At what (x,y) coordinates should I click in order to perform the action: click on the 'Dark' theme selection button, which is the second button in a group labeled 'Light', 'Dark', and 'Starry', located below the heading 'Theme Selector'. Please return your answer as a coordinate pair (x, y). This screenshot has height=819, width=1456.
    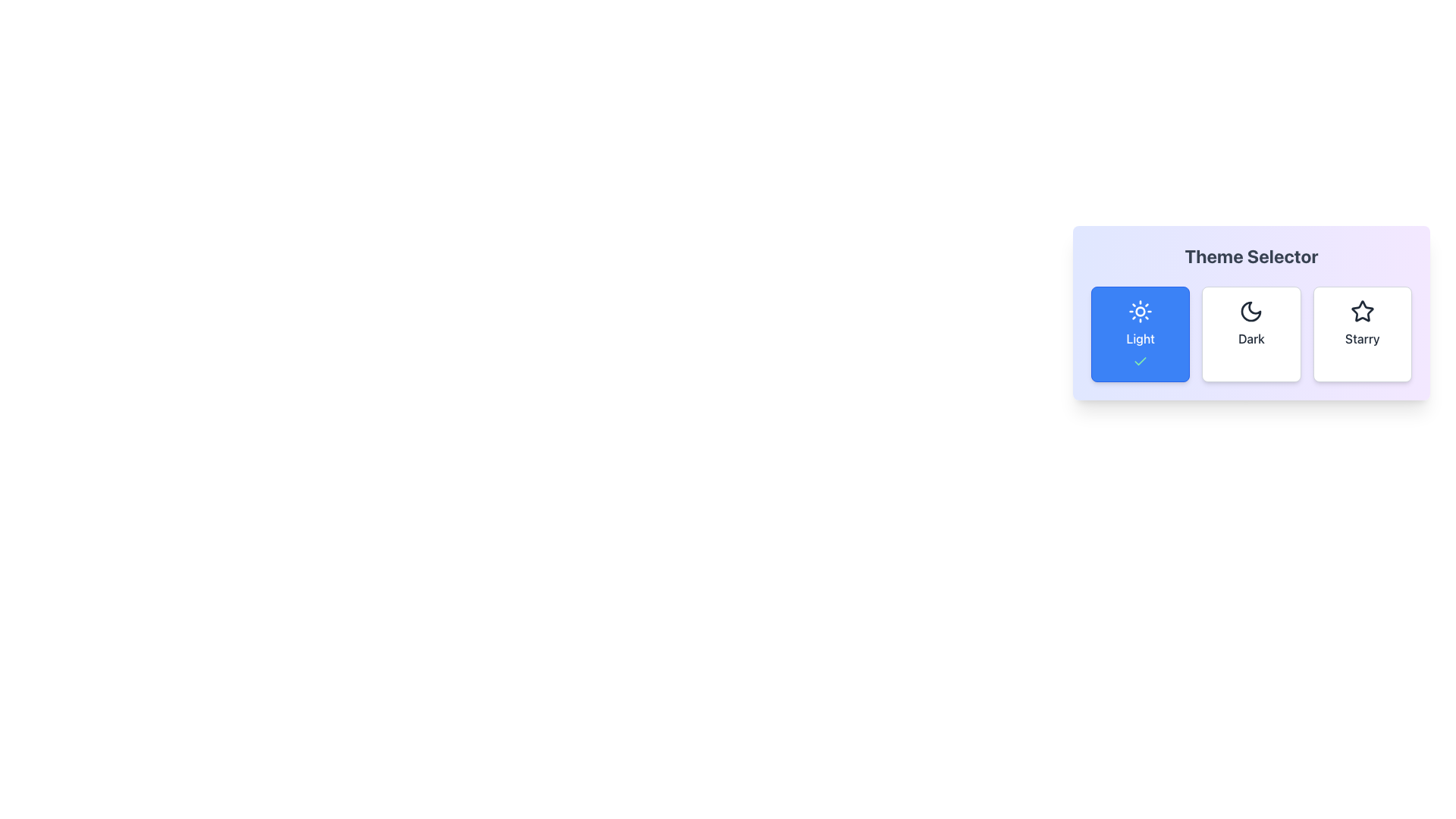
    Looking at the image, I should click on (1251, 333).